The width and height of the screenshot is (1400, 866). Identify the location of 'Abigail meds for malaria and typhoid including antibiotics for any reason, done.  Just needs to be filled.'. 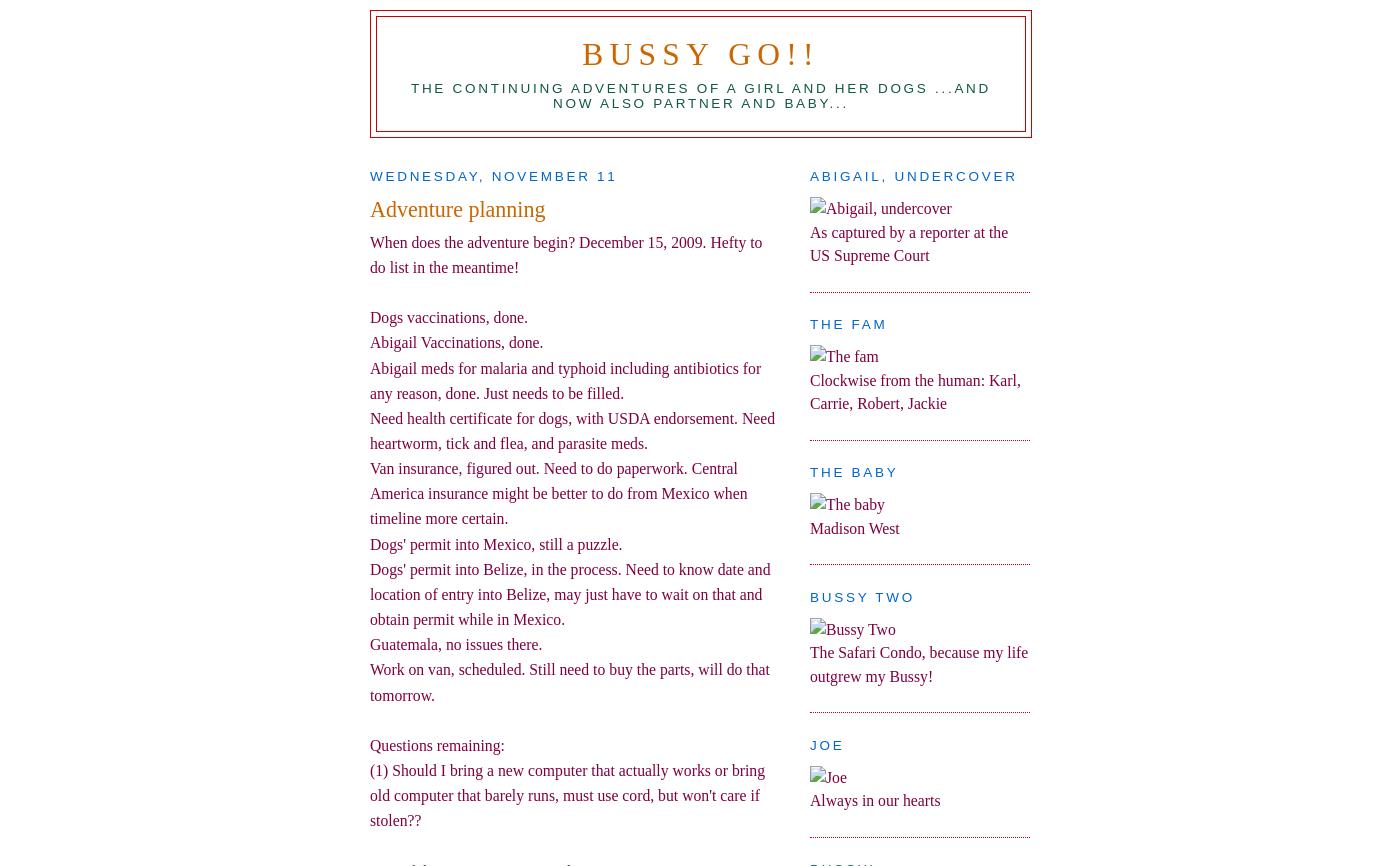
(370, 379).